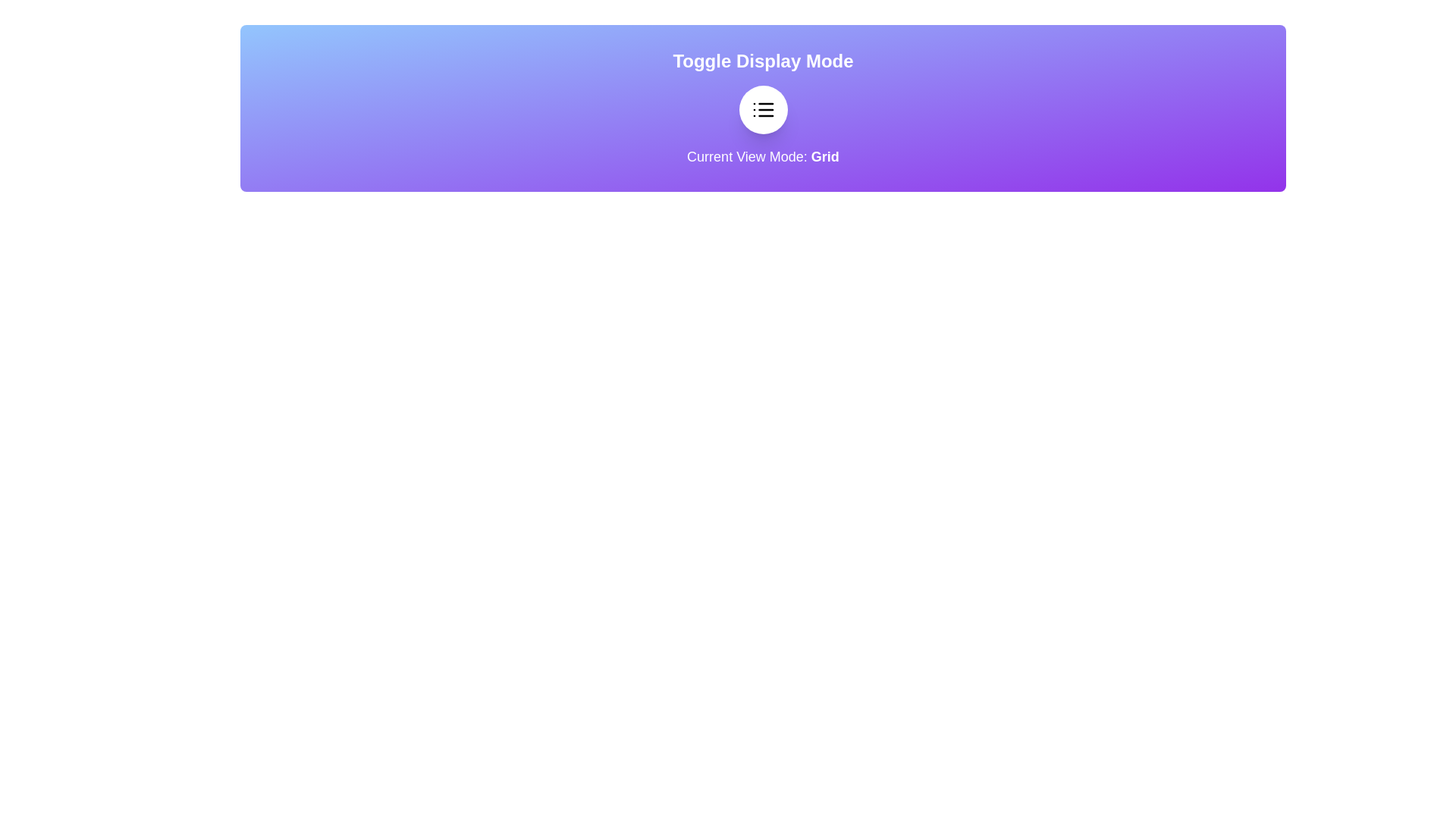 Image resolution: width=1456 pixels, height=819 pixels. Describe the element at coordinates (763, 109) in the screenshot. I see `the toggle button to switch between grid and list view modes` at that location.